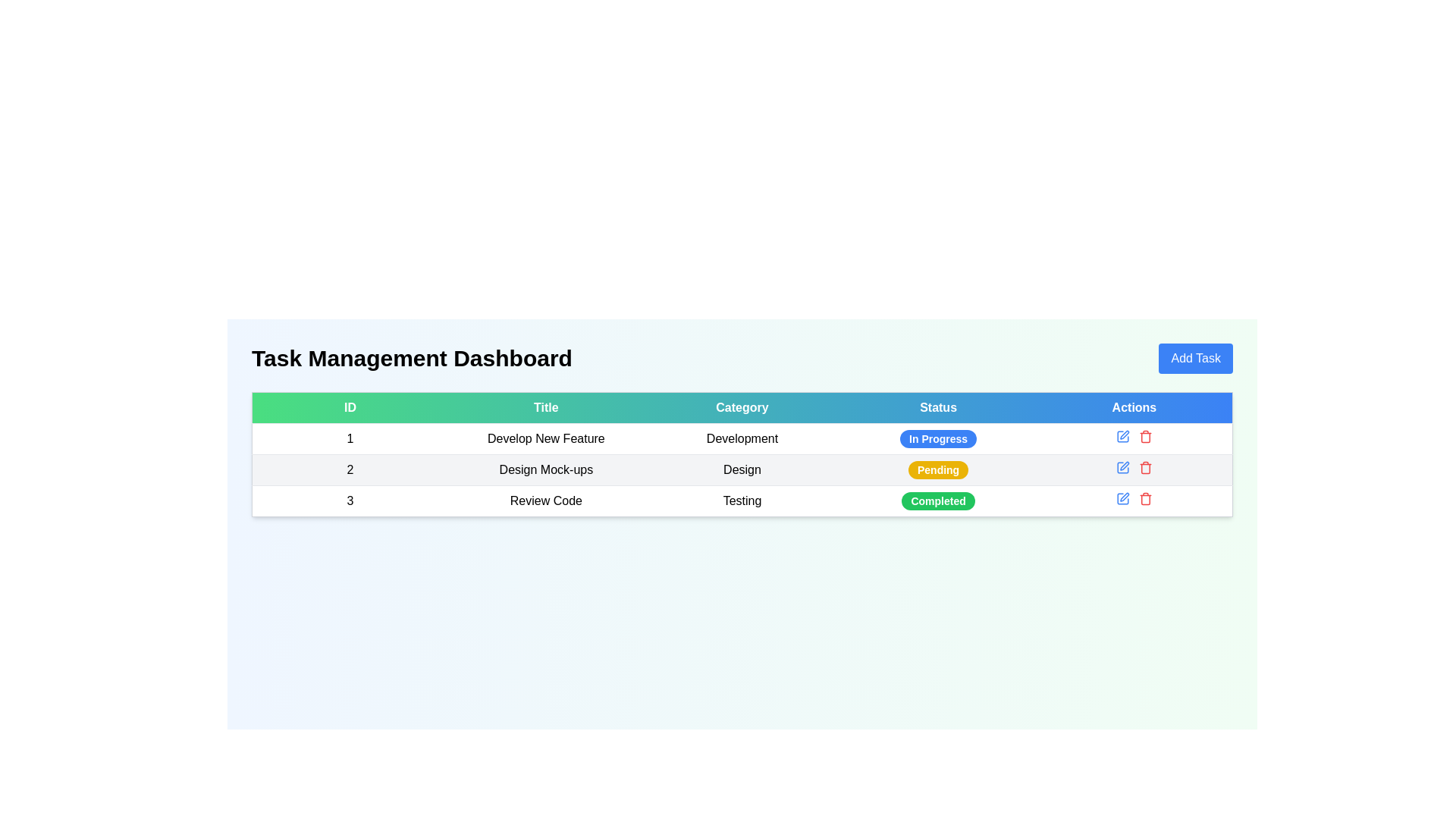 This screenshot has height=819, width=1456. Describe the element at coordinates (1122, 467) in the screenshot. I see `the Icon Button located in the 'Actions' column of the second row of the table` at that location.